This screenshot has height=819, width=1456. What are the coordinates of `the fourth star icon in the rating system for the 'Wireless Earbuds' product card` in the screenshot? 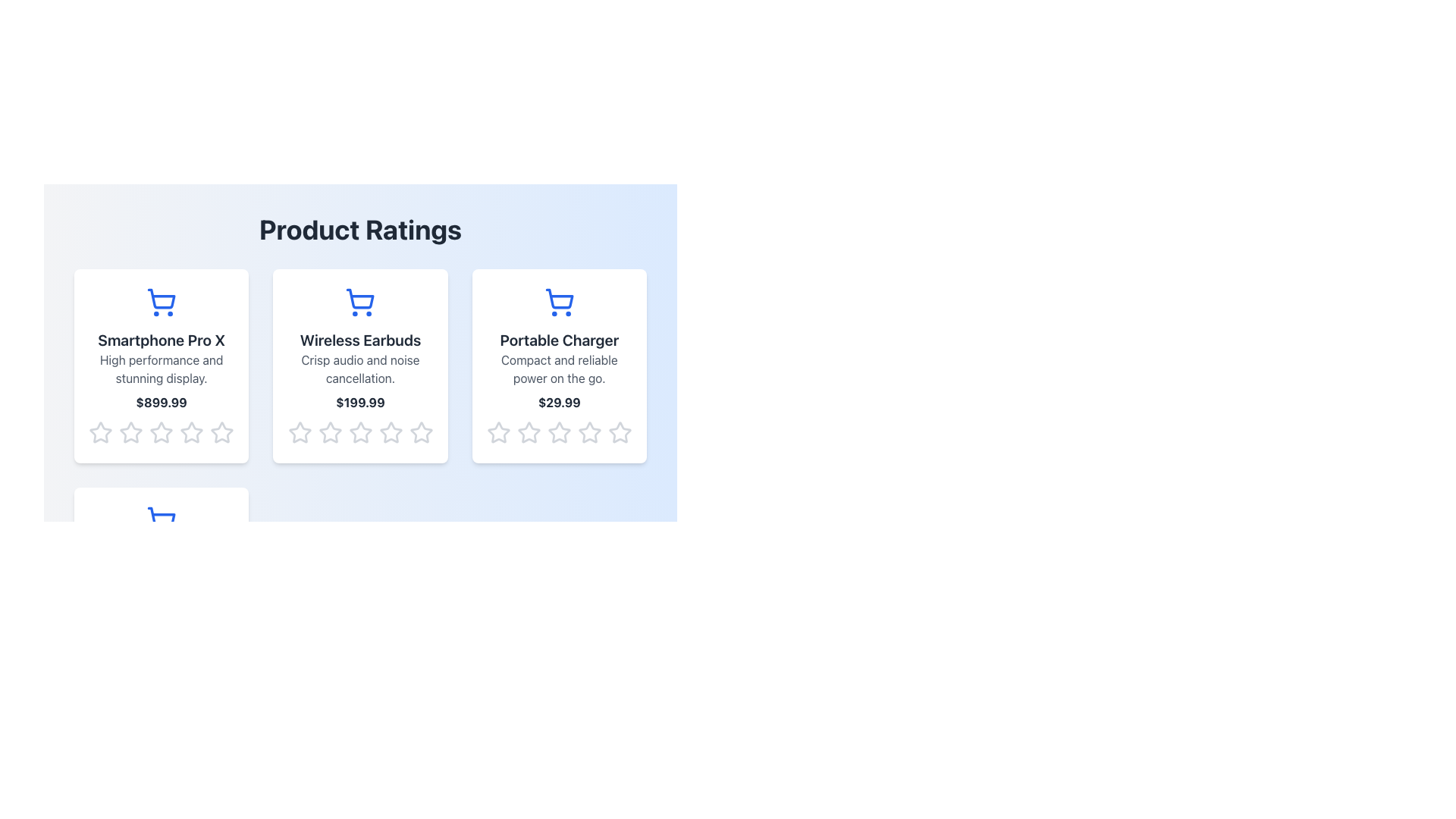 It's located at (359, 432).